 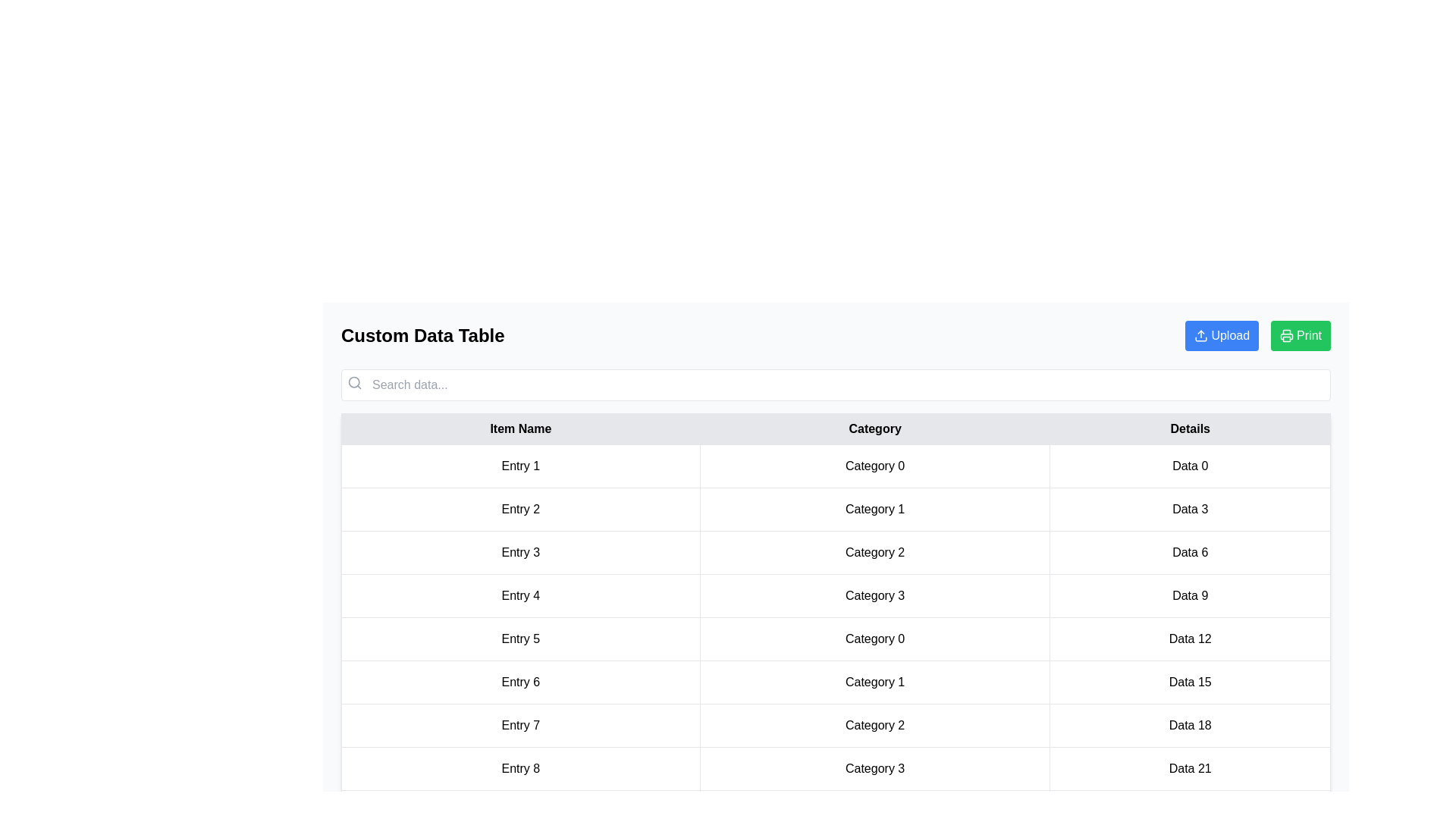 What do you see at coordinates (1300, 335) in the screenshot?
I see `the 'Print' button to initiate the print action` at bounding box center [1300, 335].